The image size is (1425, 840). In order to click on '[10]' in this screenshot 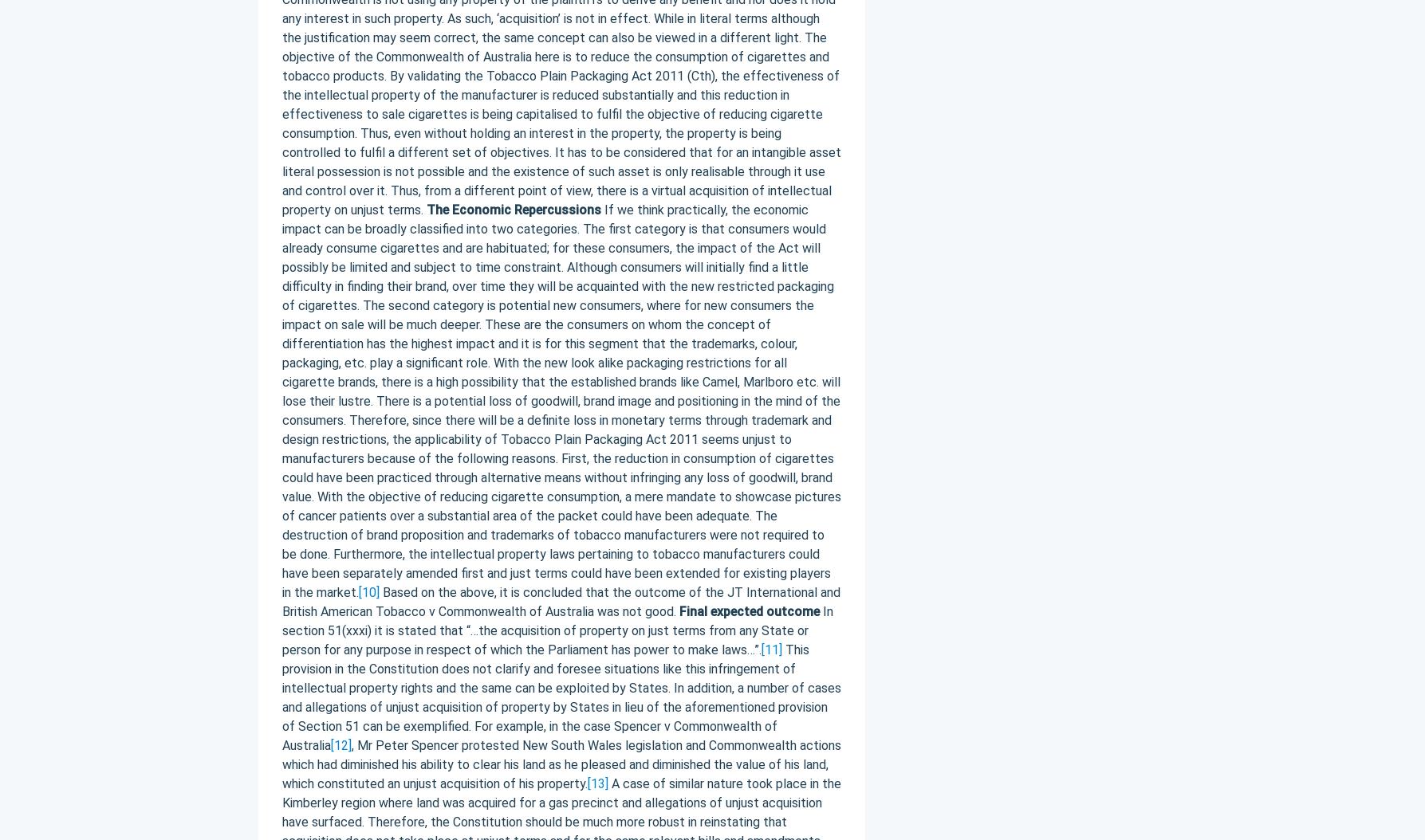, I will do `click(368, 591)`.